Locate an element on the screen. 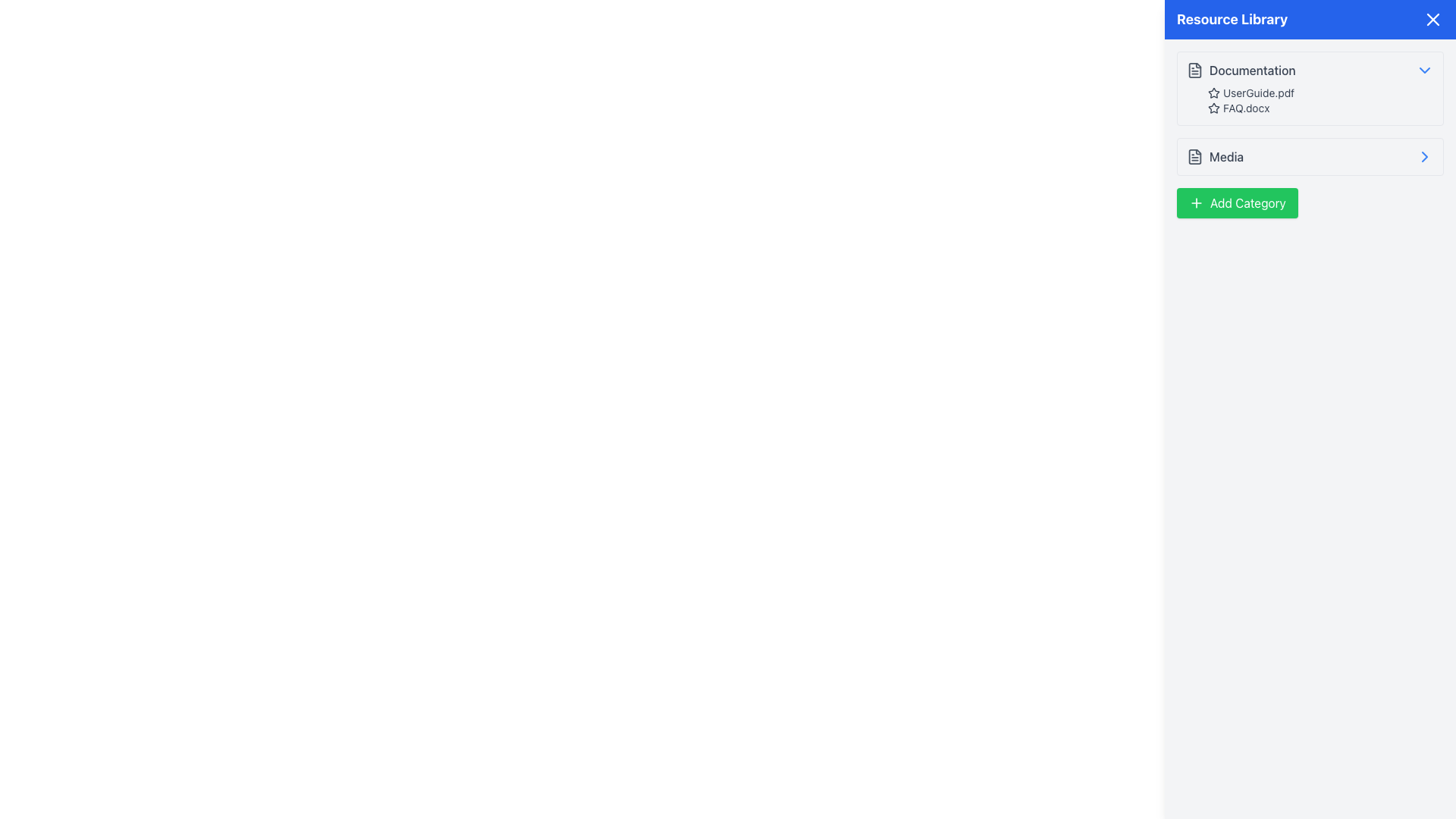  text of the 'Resource Library' label, which is a bold, large white text displayed on a blue background in the top section of the sidebar interface is located at coordinates (1232, 20).